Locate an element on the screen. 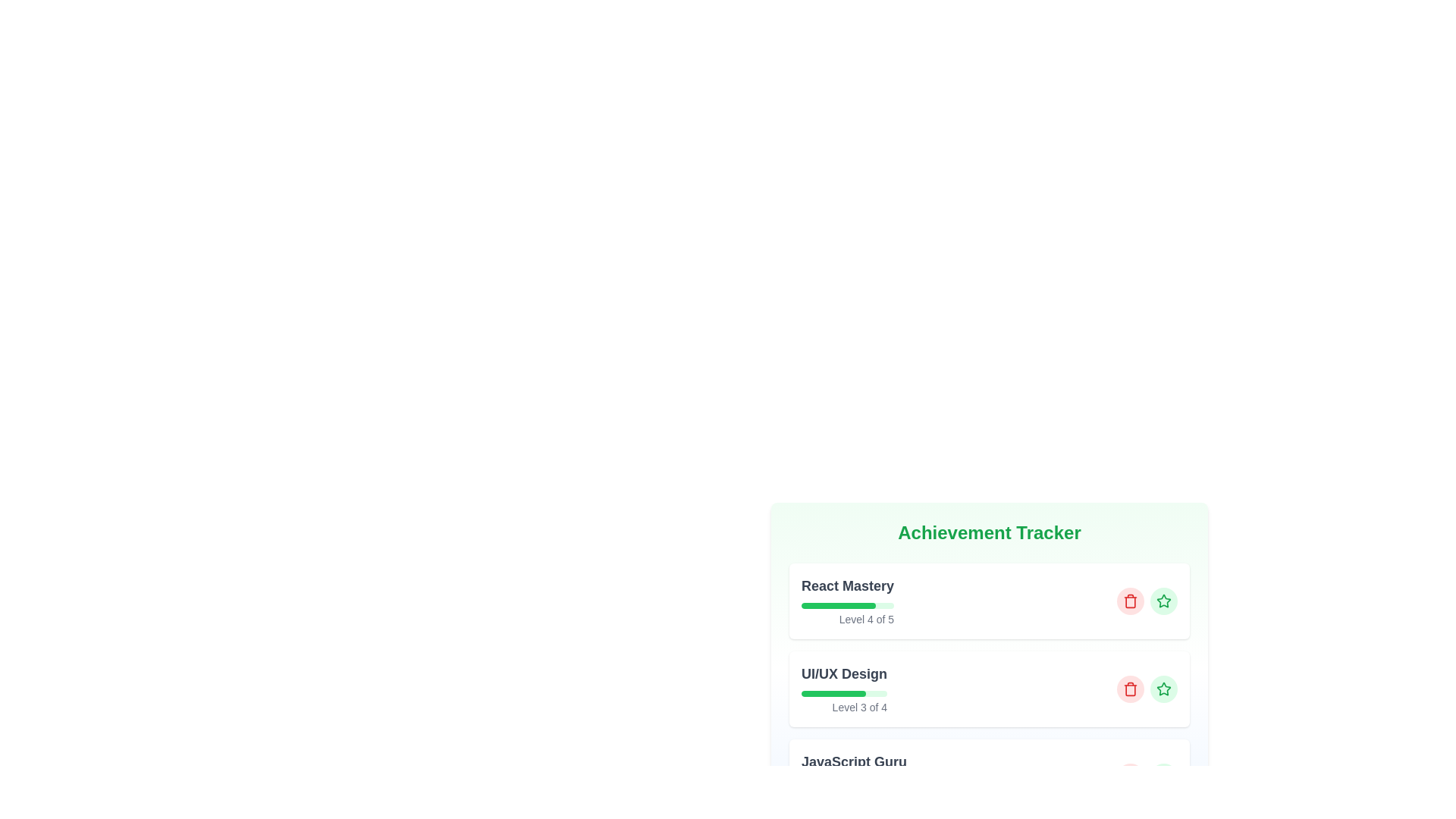  the vertical body of the trash can icon in the top-right of the 'React Mastery' section, which signifies delete or remove functionality is located at coordinates (1131, 690).